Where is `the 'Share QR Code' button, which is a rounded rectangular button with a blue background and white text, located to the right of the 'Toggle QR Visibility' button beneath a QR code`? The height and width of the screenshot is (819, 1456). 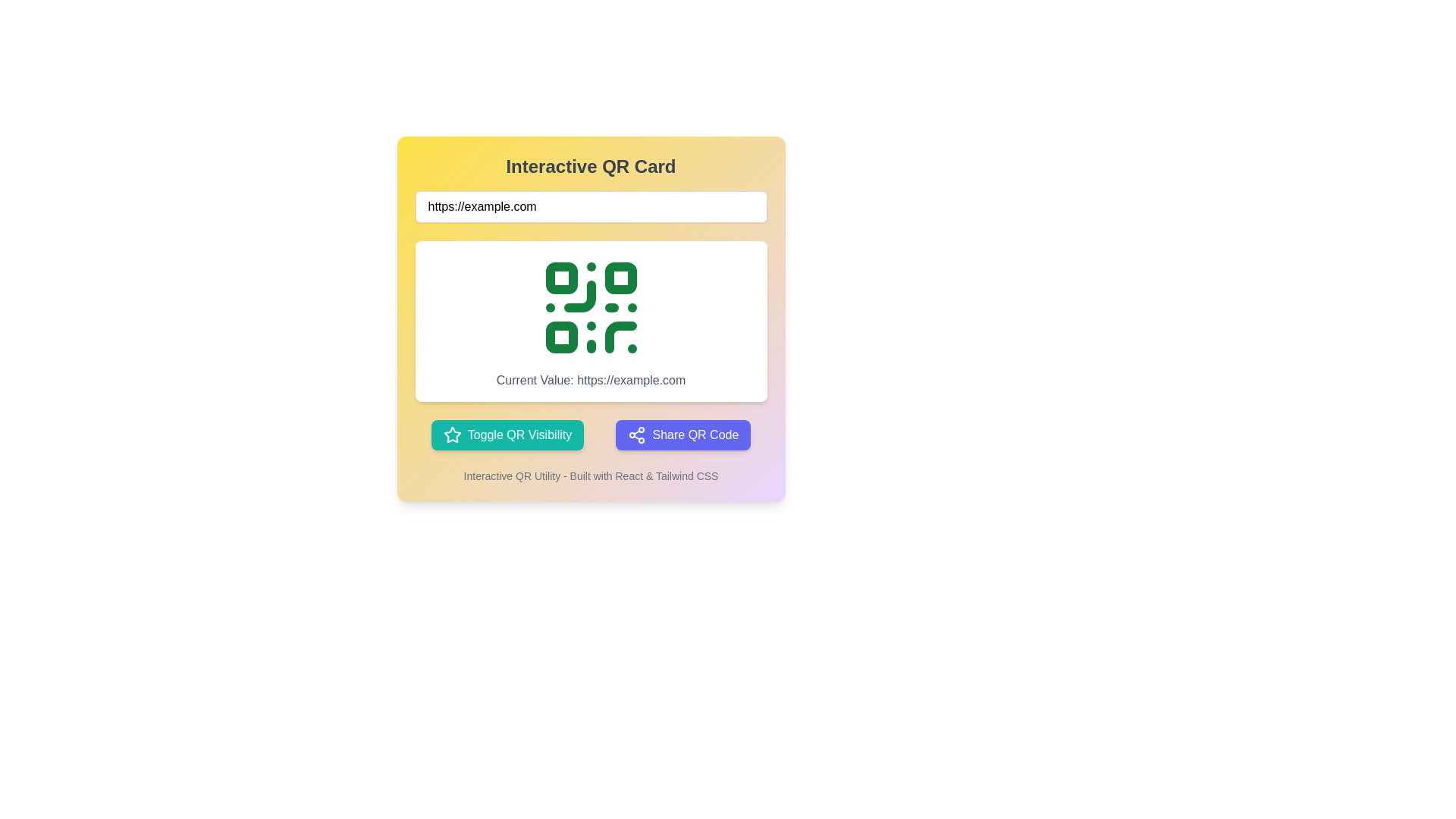 the 'Share QR Code' button, which is a rounded rectangular button with a blue background and white text, located to the right of the 'Toggle QR Visibility' button beneath a QR code is located at coordinates (682, 435).